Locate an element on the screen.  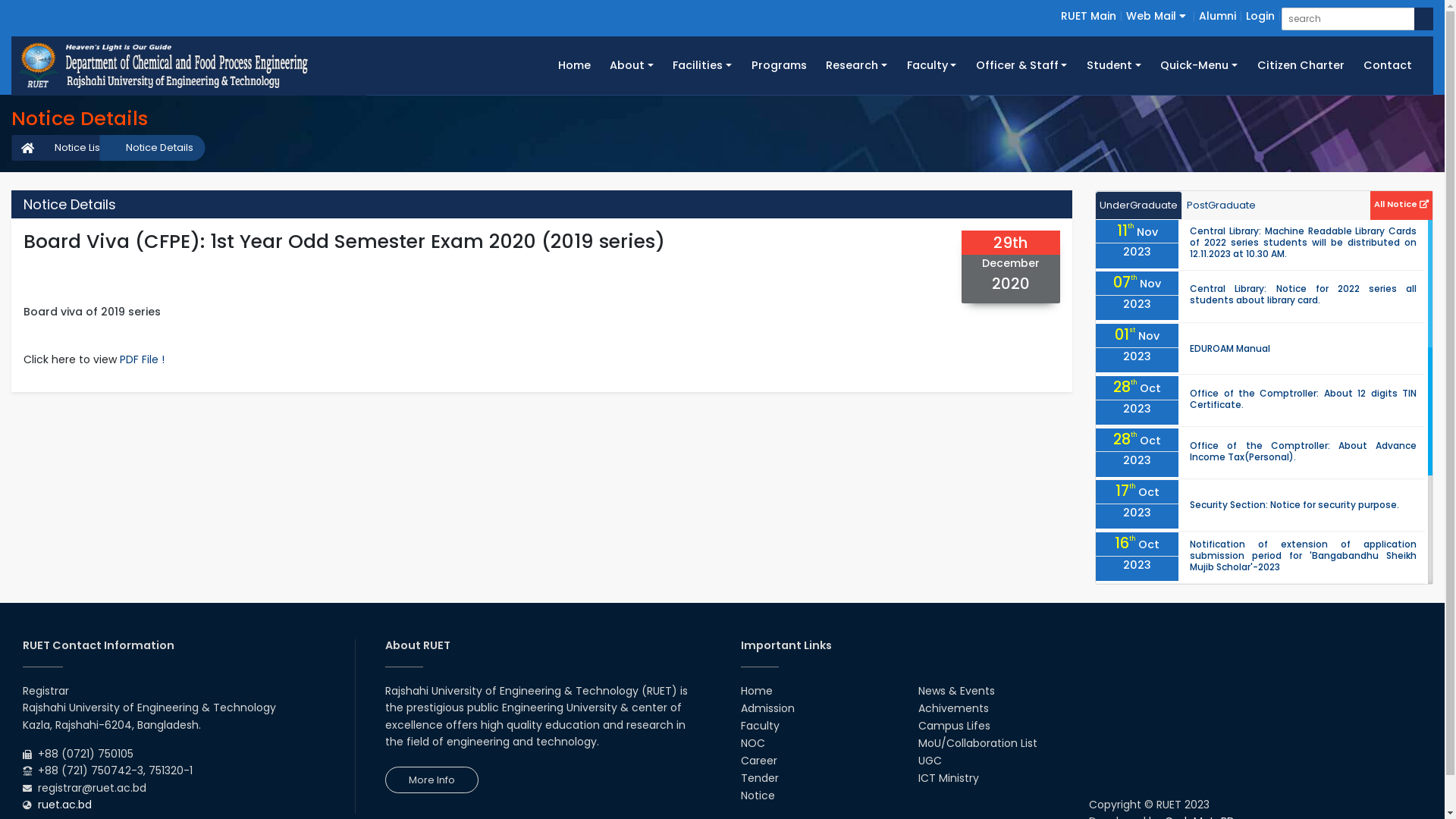
'PDF File !' is located at coordinates (142, 359).